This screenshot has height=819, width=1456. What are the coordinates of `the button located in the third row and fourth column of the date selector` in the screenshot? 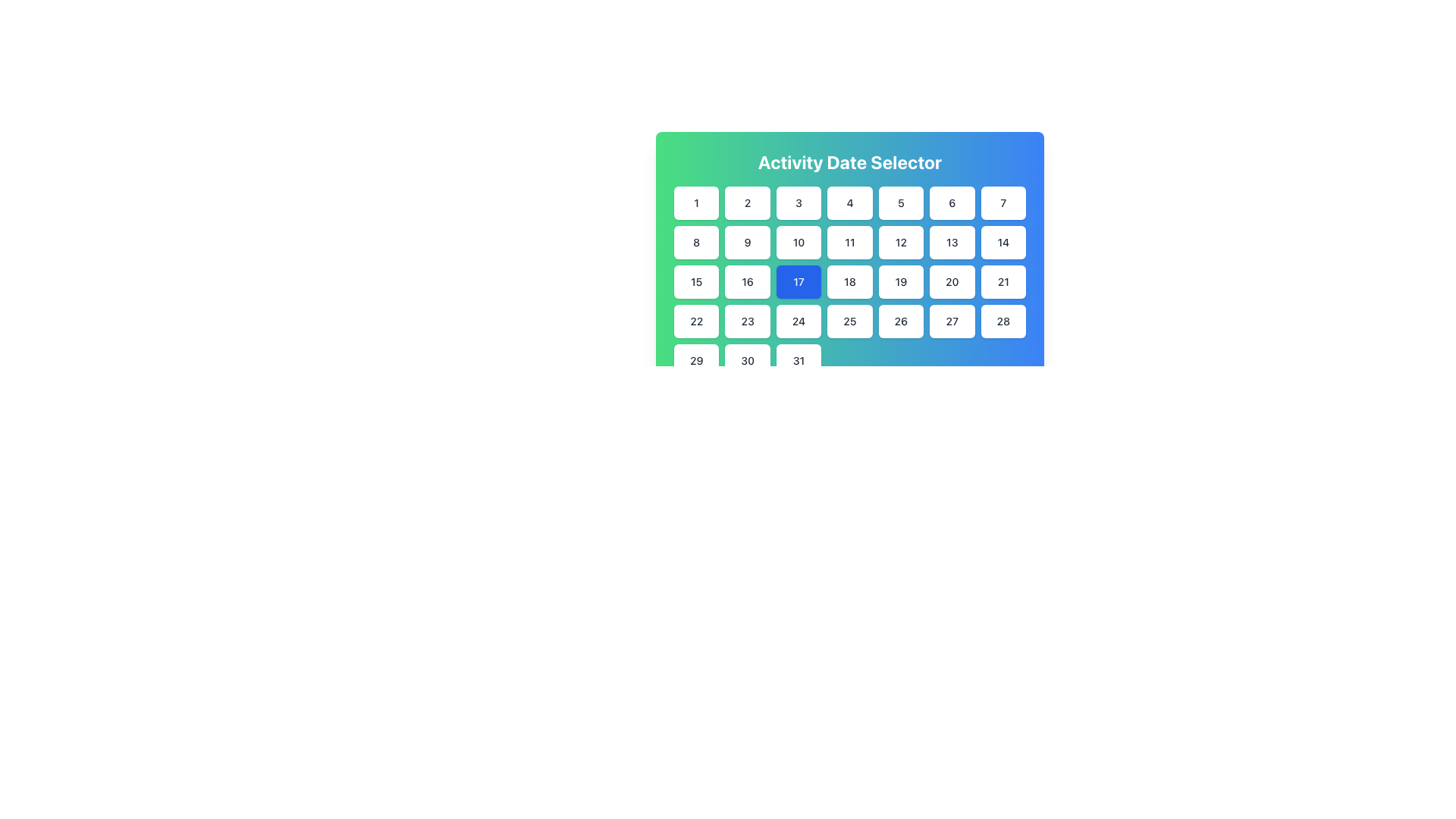 It's located at (849, 281).